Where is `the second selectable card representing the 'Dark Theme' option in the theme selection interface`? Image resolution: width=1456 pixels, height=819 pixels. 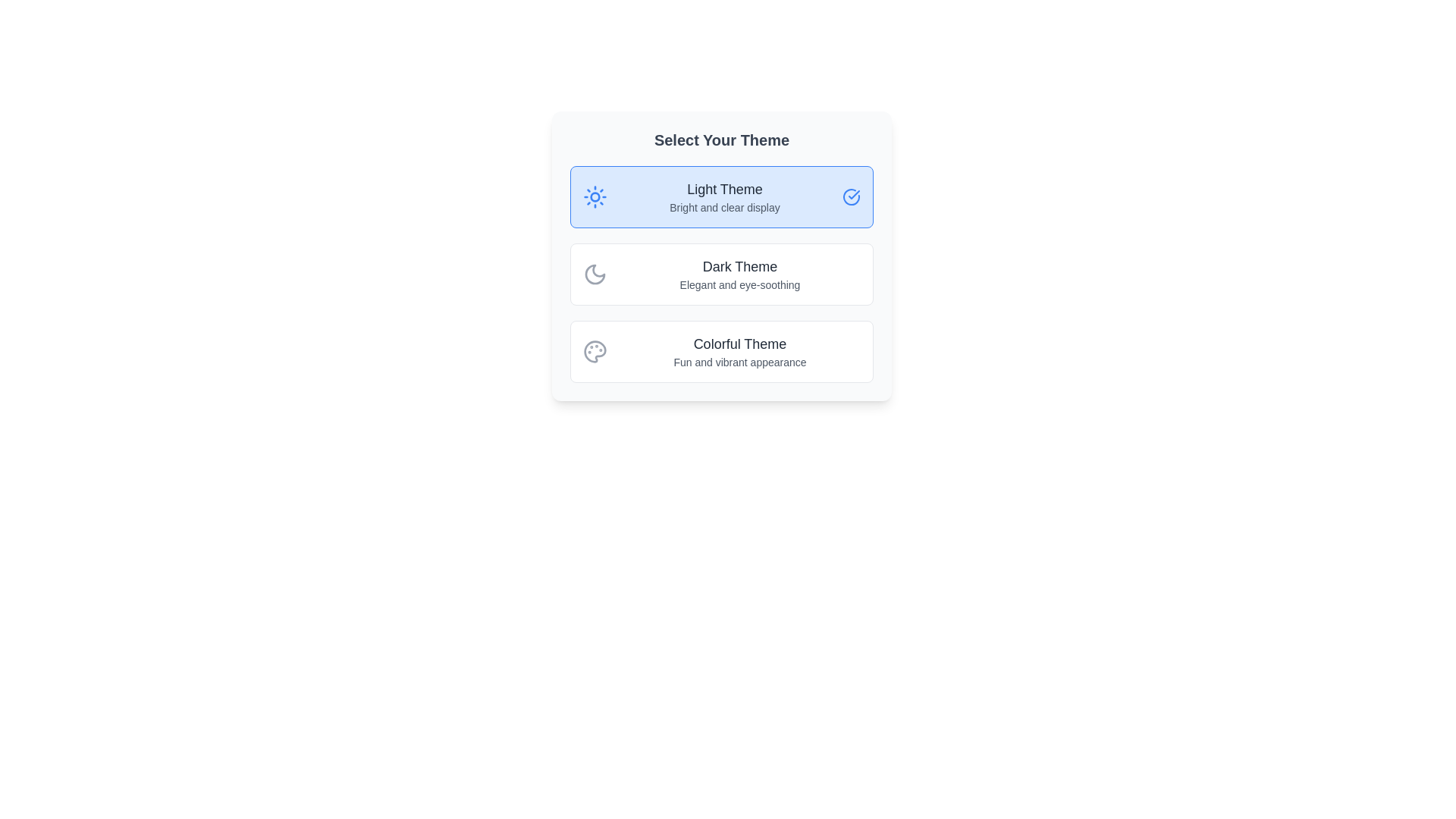
the second selectable card representing the 'Dark Theme' option in the theme selection interface is located at coordinates (720, 275).